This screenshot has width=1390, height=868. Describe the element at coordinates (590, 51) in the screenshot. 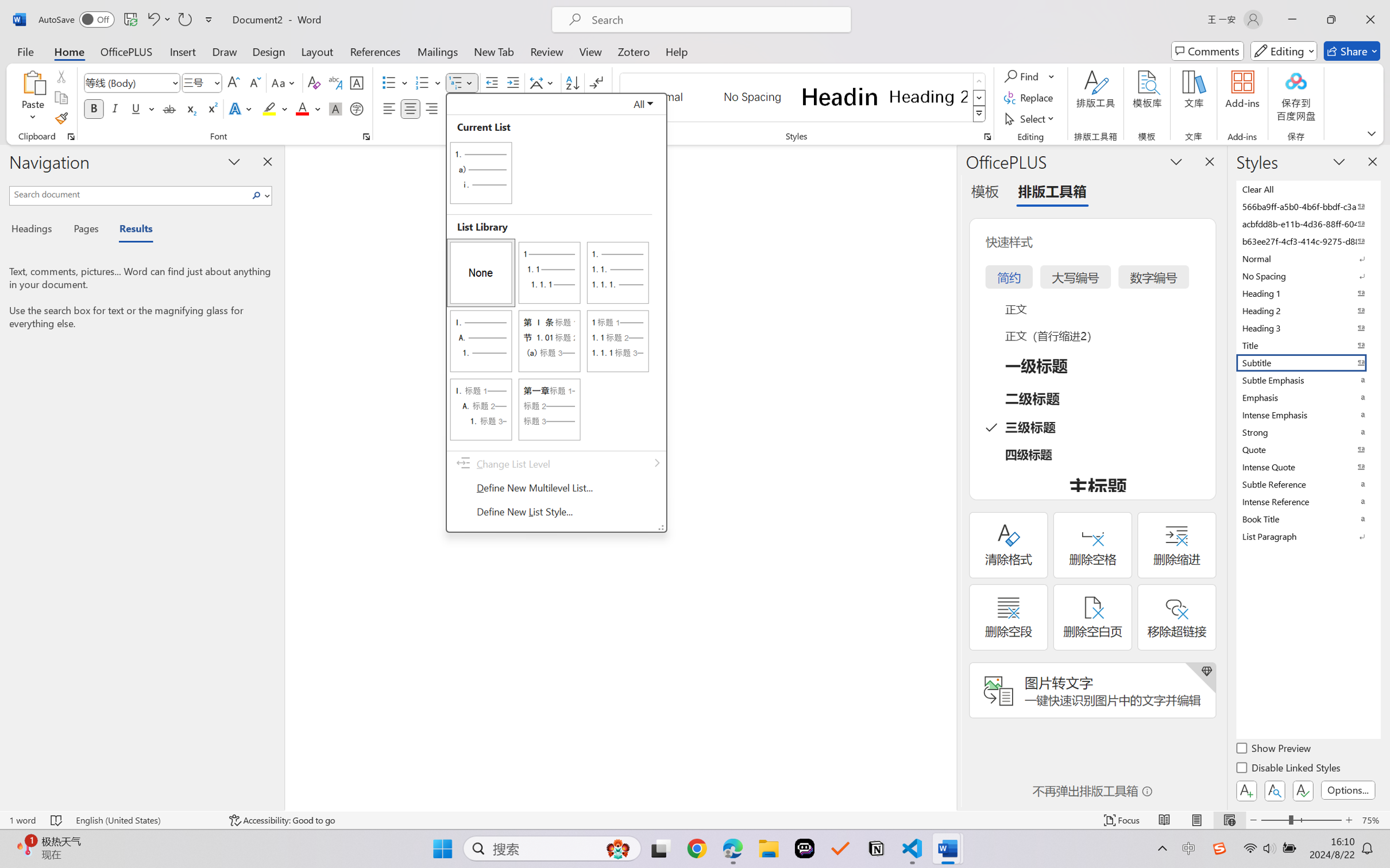

I see `'View'` at that location.